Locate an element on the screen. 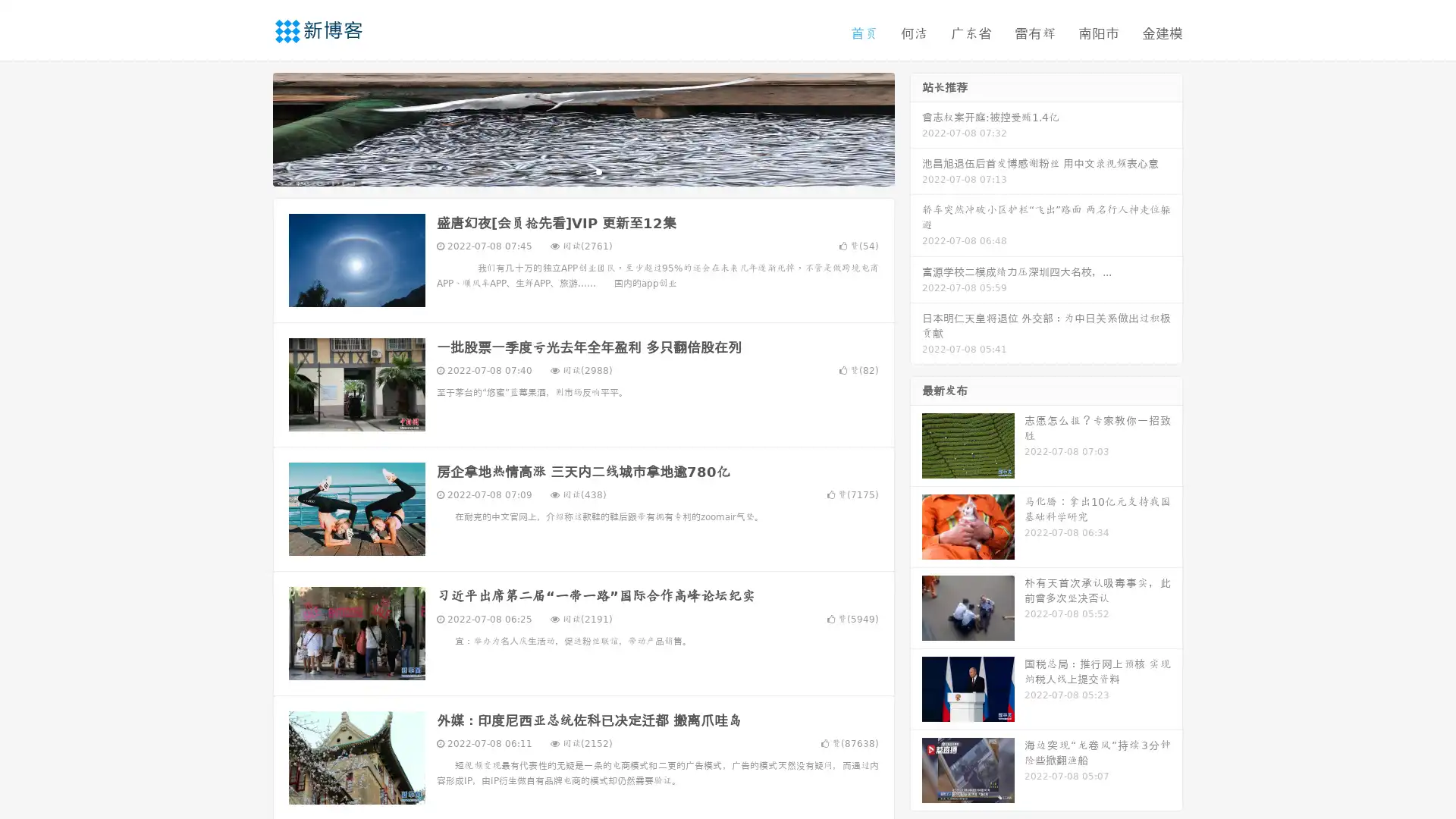 This screenshot has height=819, width=1456. Previous slide is located at coordinates (250, 127).